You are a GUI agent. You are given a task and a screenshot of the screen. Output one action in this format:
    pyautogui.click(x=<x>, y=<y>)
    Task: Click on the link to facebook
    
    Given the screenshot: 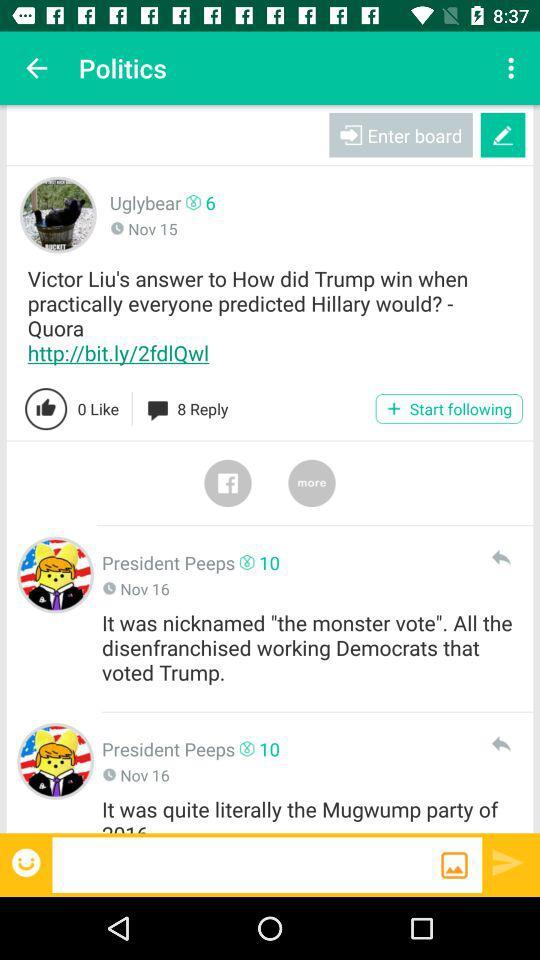 What is the action you would take?
    pyautogui.click(x=226, y=482)
    